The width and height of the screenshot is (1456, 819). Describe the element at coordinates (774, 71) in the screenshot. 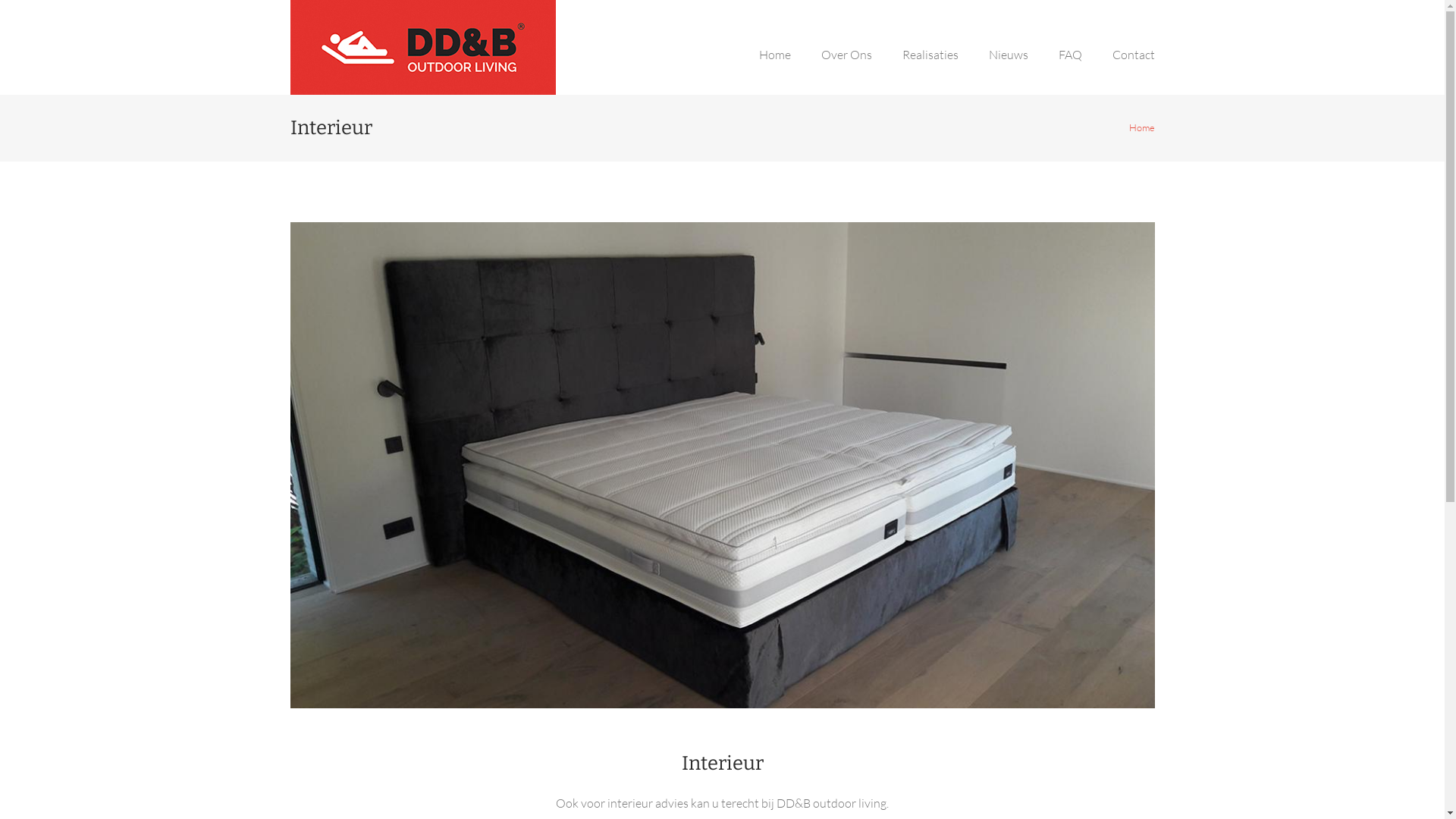

I see `'Home'` at that location.